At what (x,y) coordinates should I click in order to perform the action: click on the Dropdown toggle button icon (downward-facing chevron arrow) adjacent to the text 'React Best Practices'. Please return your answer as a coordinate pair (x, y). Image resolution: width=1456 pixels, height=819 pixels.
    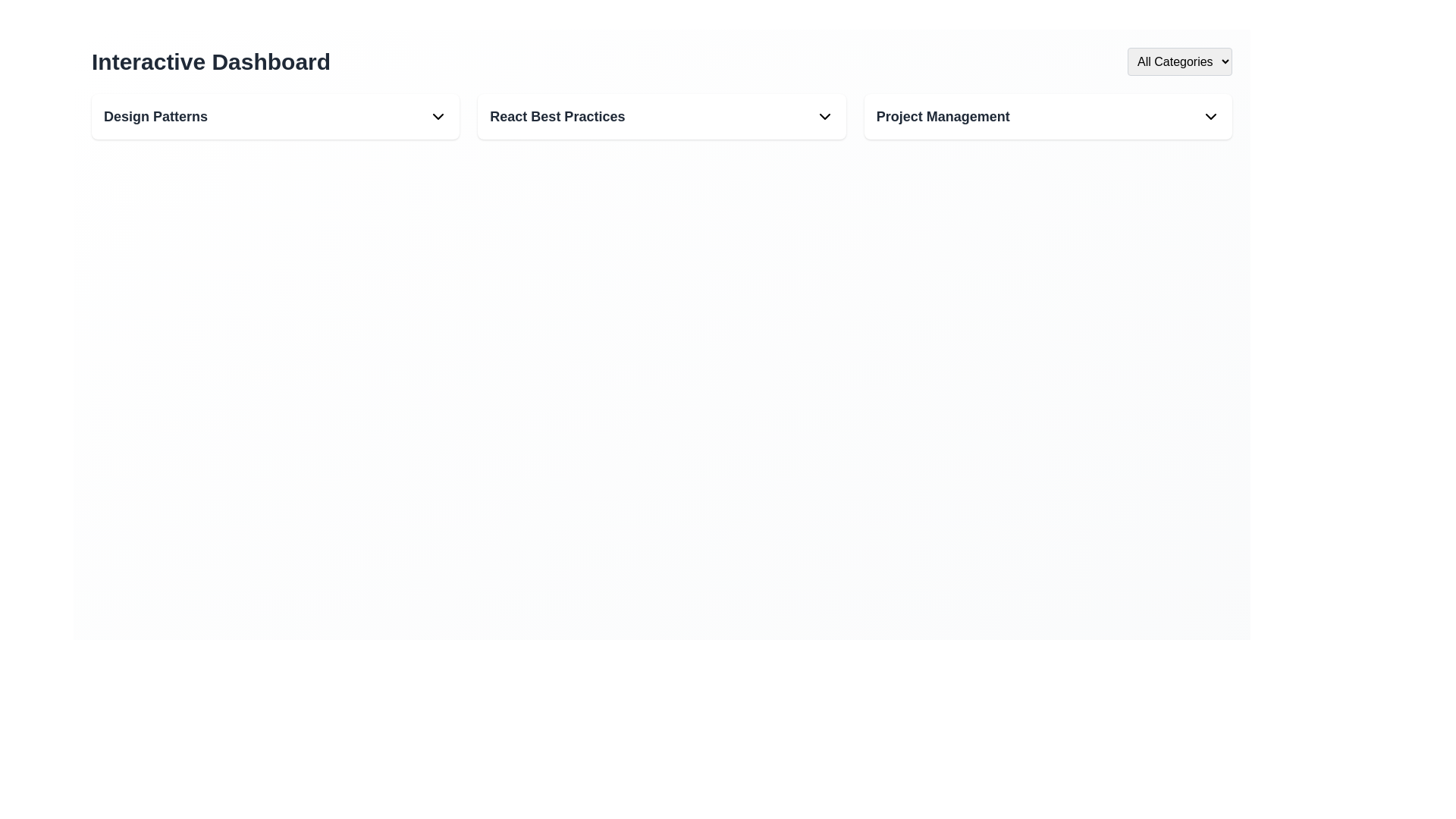
    Looking at the image, I should click on (824, 116).